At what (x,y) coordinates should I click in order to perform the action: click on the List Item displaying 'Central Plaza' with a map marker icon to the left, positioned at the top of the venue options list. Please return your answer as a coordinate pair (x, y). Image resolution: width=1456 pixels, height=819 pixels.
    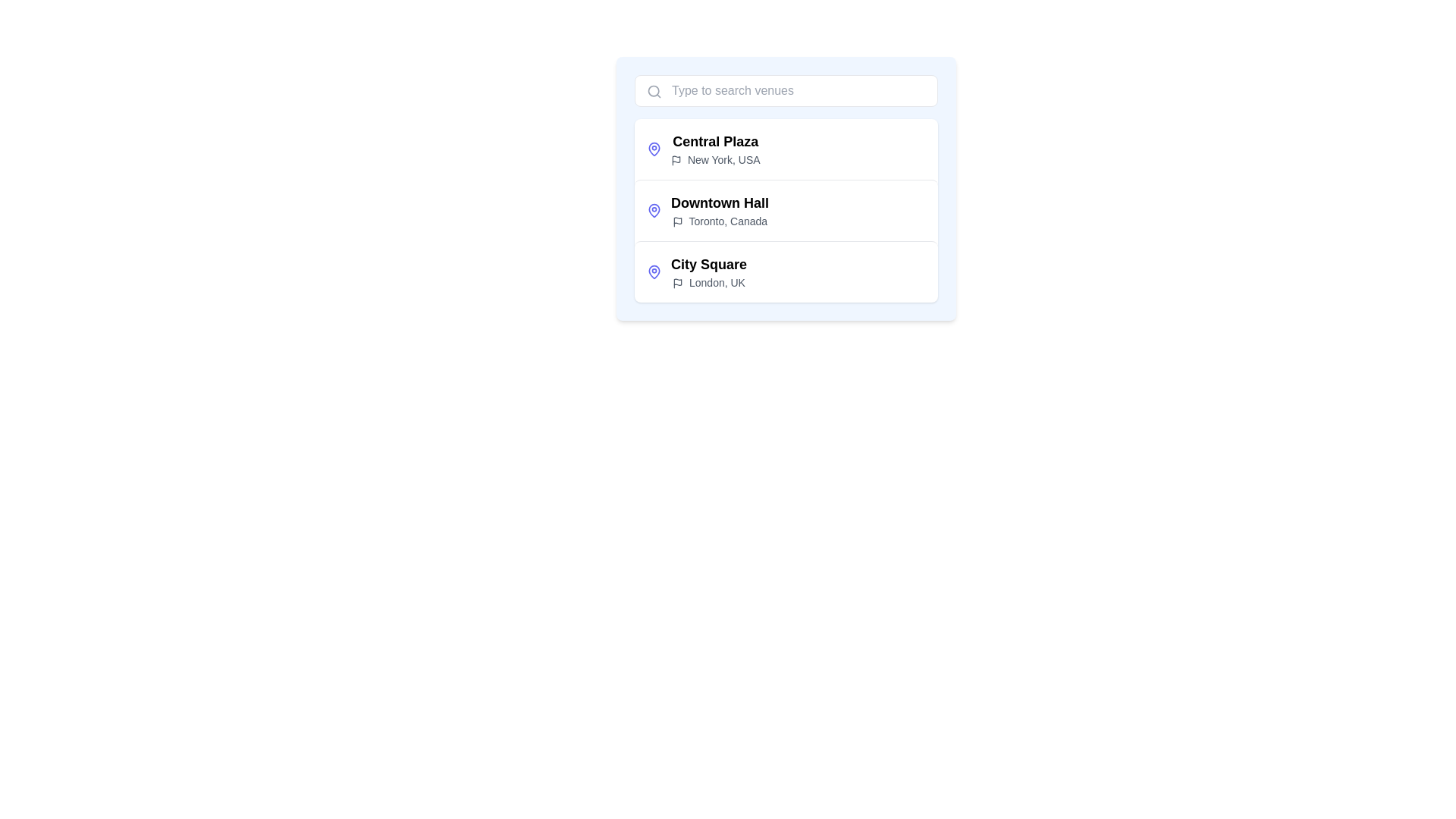
    Looking at the image, I should click on (714, 149).